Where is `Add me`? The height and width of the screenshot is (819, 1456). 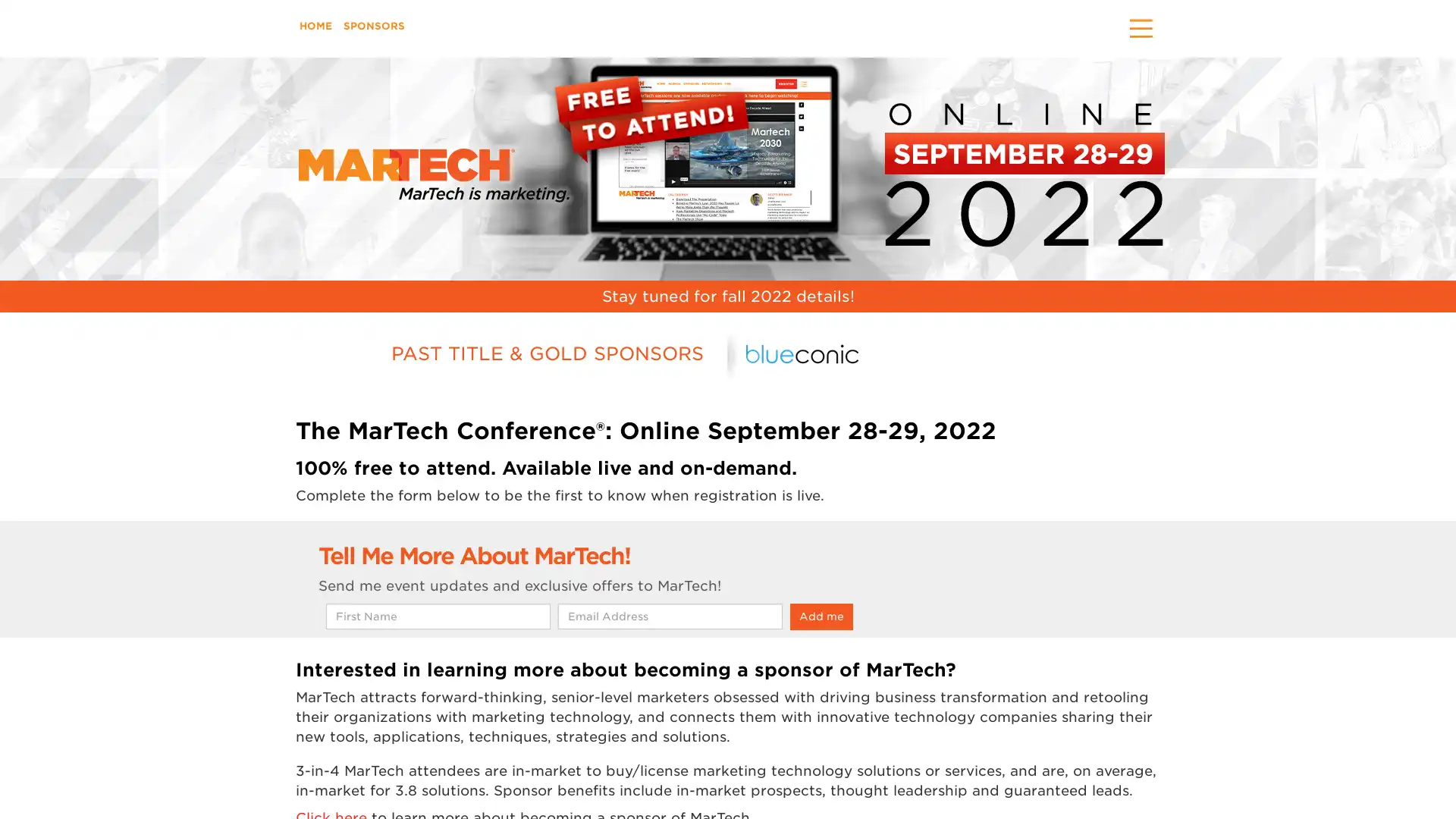 Add me is located at coordinates (820, 616).